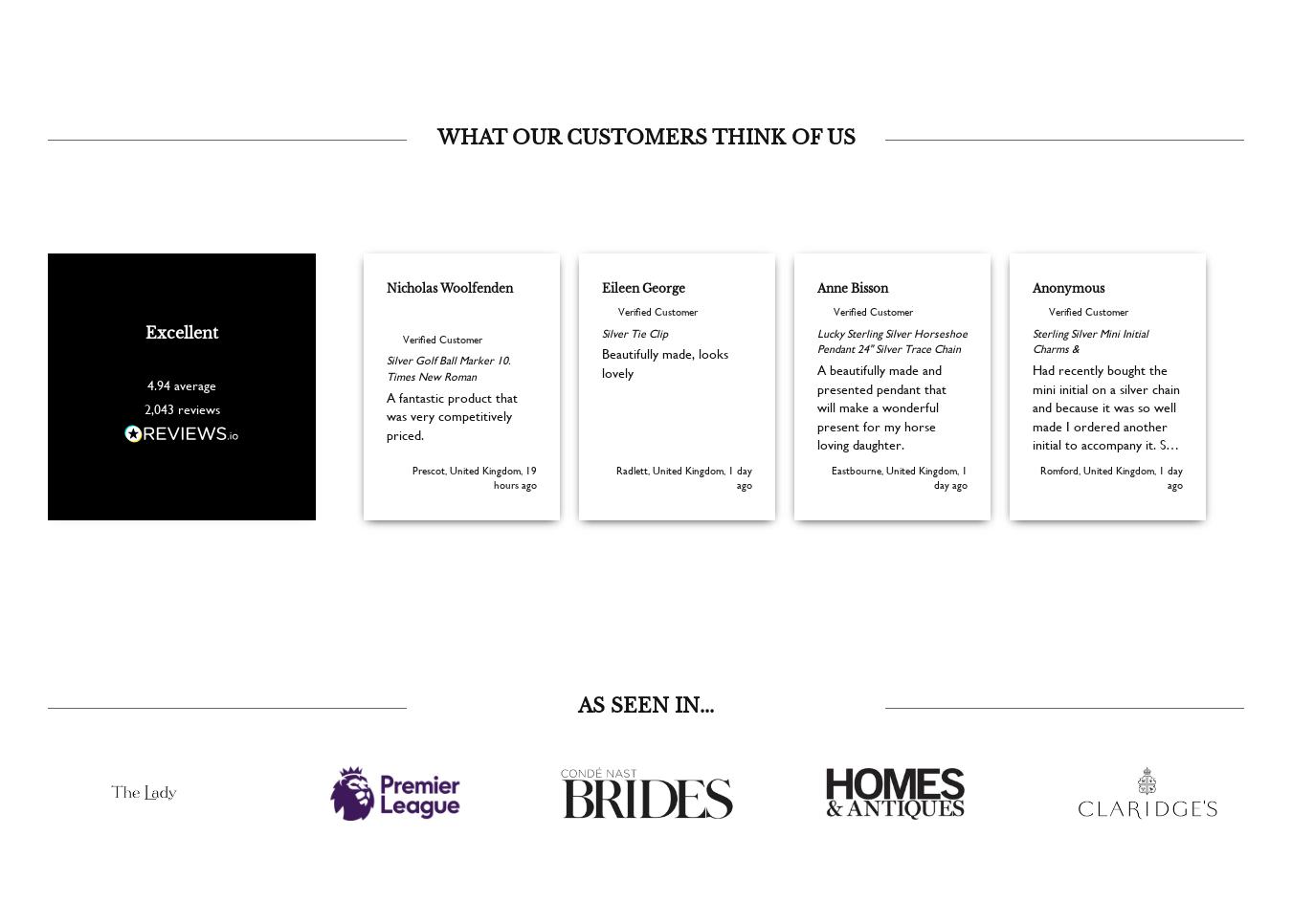 The height and width of the screenshot is (924, 1292). I want to click on 'Silver Tie Clip', so click(635, 360).